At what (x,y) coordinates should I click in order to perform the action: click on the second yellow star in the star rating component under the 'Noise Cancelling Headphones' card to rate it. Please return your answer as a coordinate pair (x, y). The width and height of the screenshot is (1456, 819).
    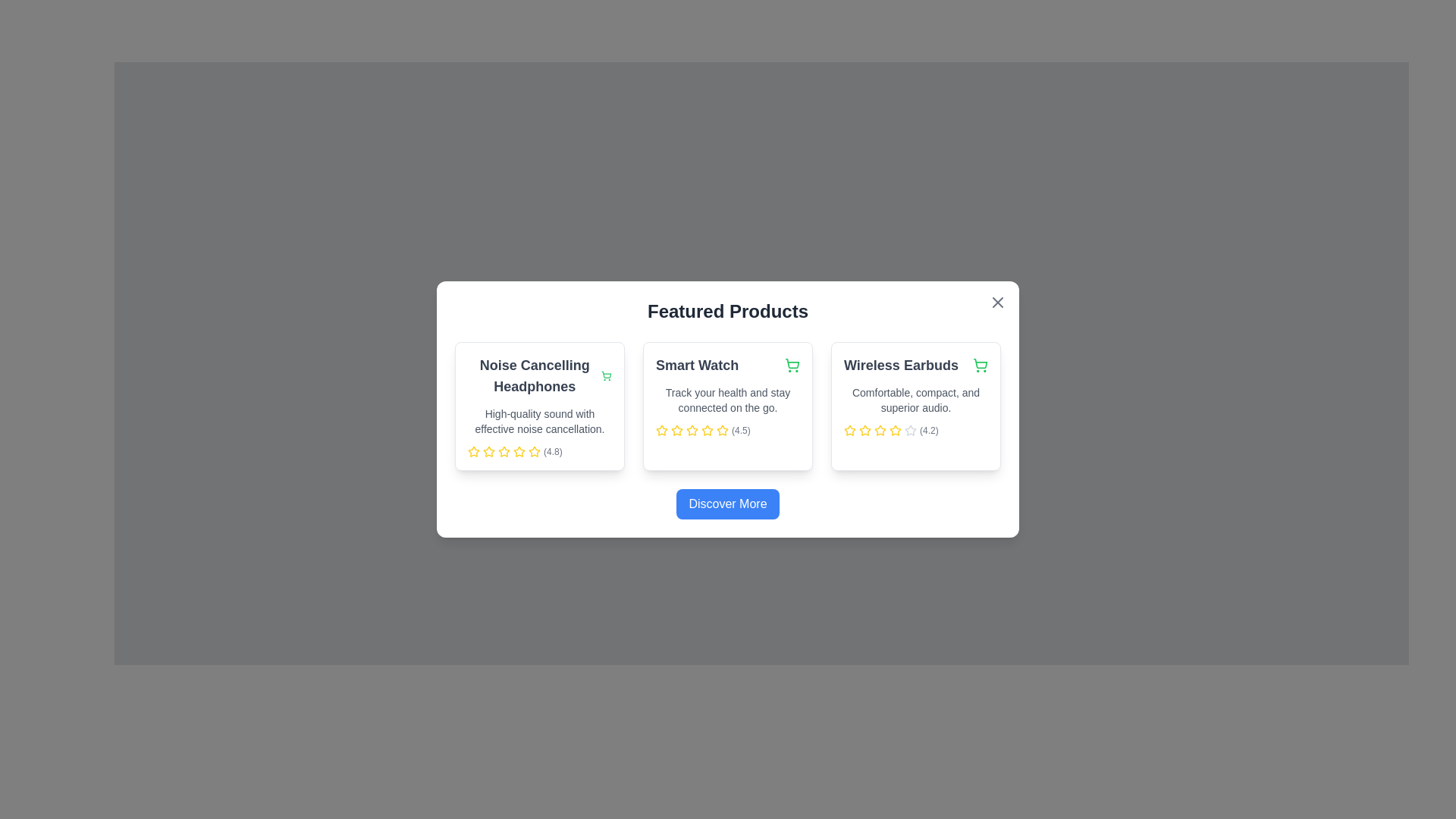
    Looking at the image, I should click on (535, 450).